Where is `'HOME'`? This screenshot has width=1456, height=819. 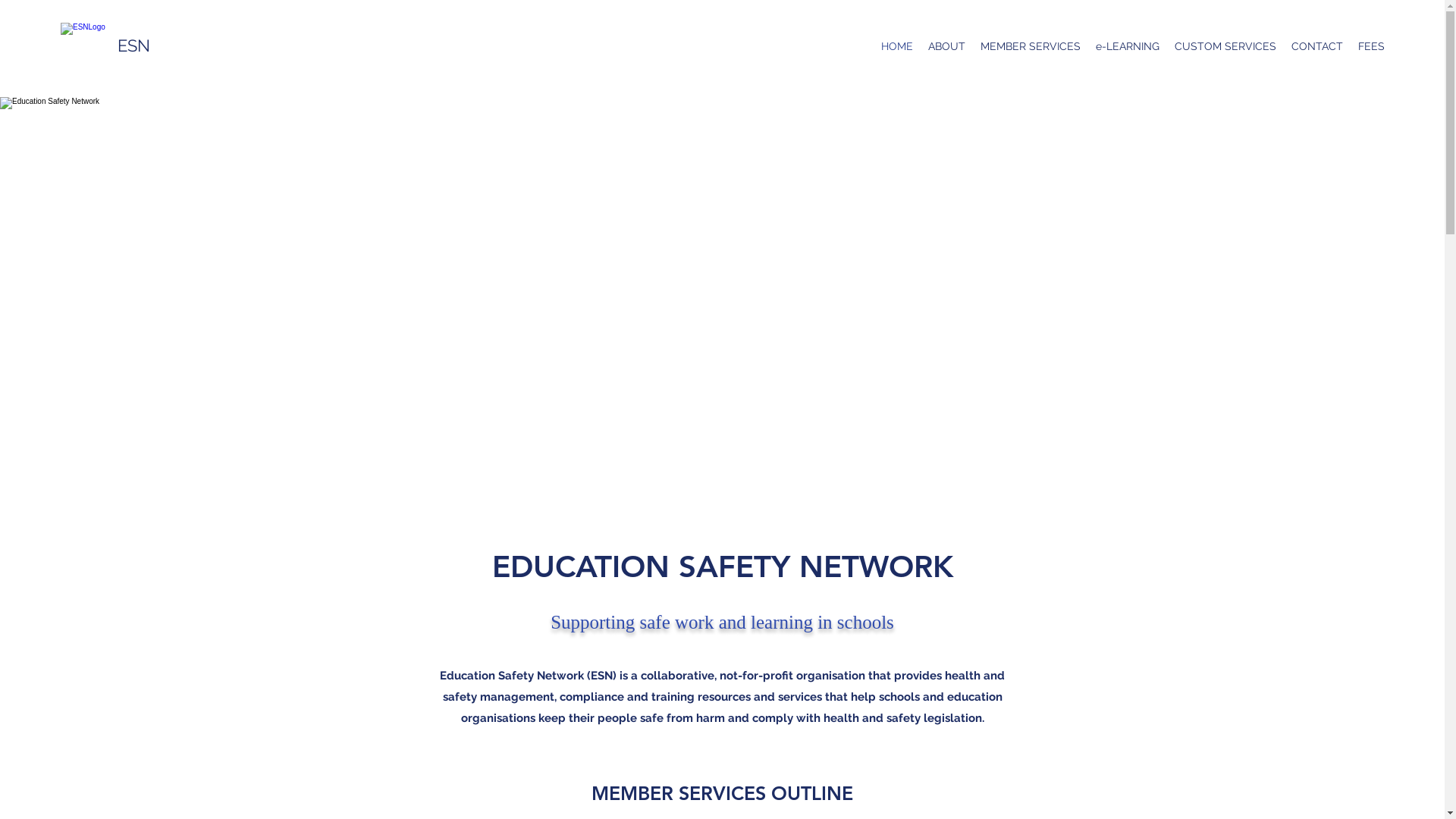 'HOME' is located at coordinates (896, 45).